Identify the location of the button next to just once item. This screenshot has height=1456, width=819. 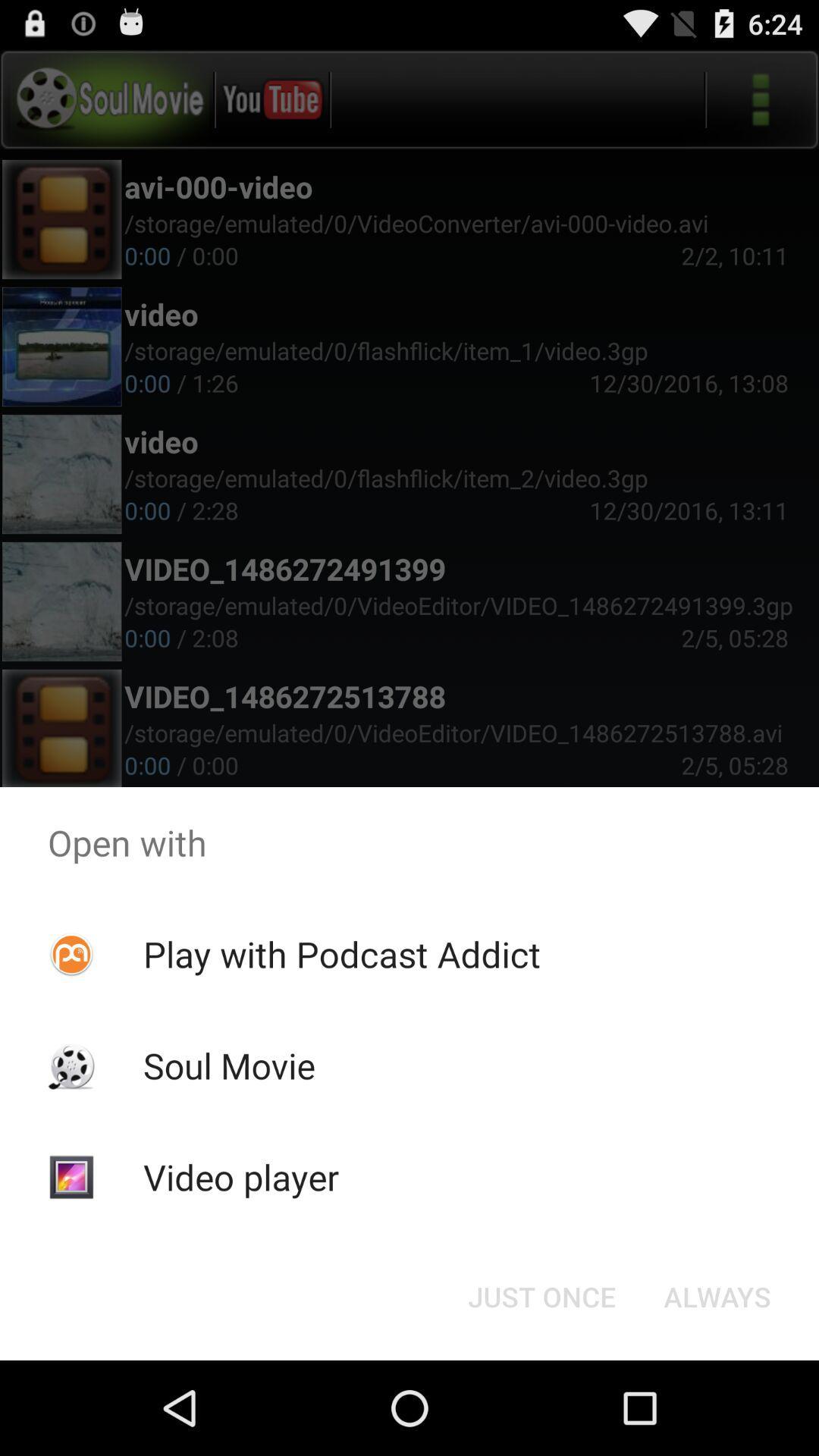
(717, 1295).